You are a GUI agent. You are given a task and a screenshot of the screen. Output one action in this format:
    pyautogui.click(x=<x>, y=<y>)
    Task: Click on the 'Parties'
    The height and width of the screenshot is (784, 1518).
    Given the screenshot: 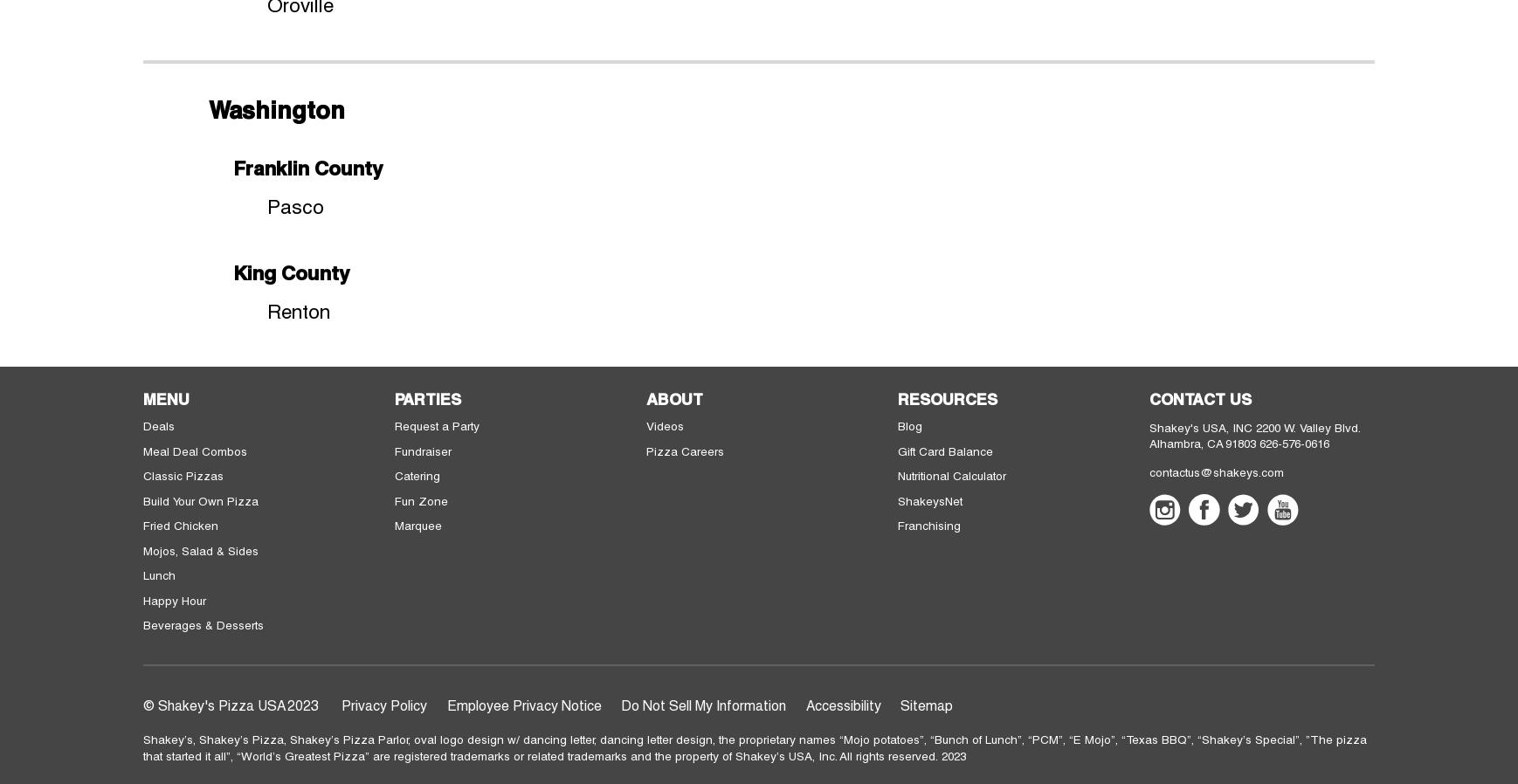 What is the action you would take?
    pyautogui.click(x=427, y=397)
    